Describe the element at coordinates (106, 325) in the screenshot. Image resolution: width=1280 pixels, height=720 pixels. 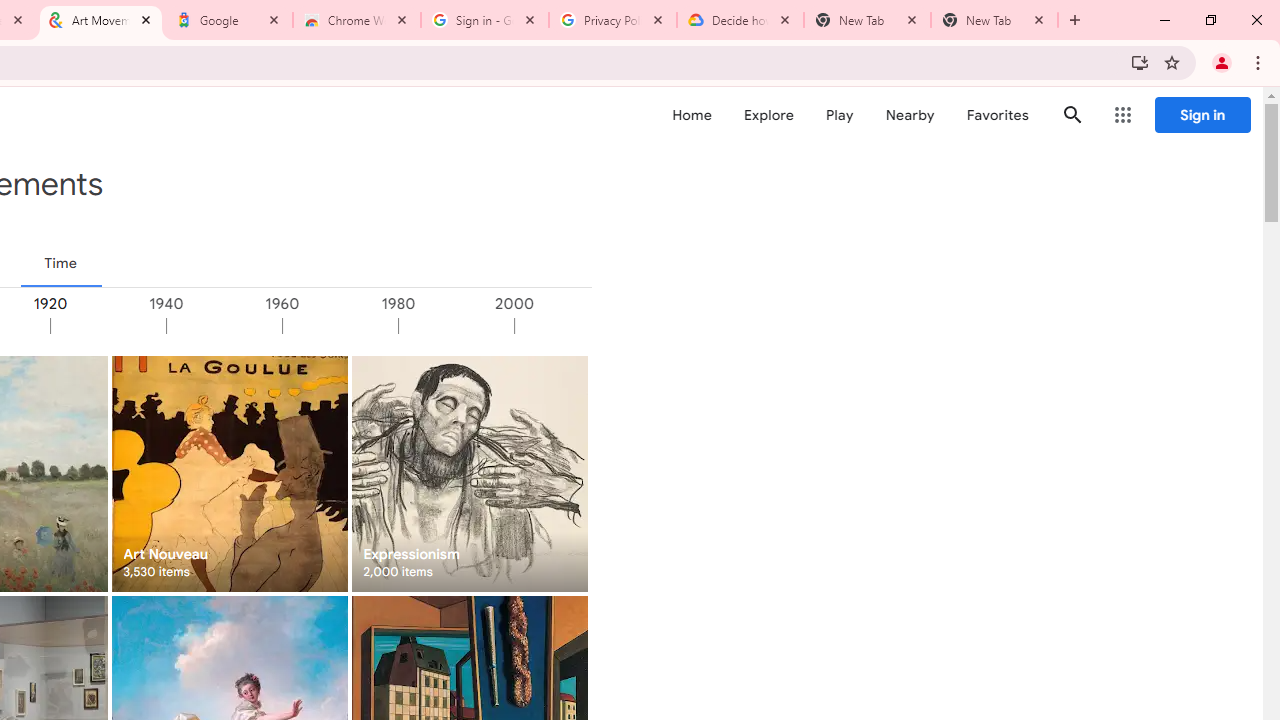
I see `'1920'` at that location.